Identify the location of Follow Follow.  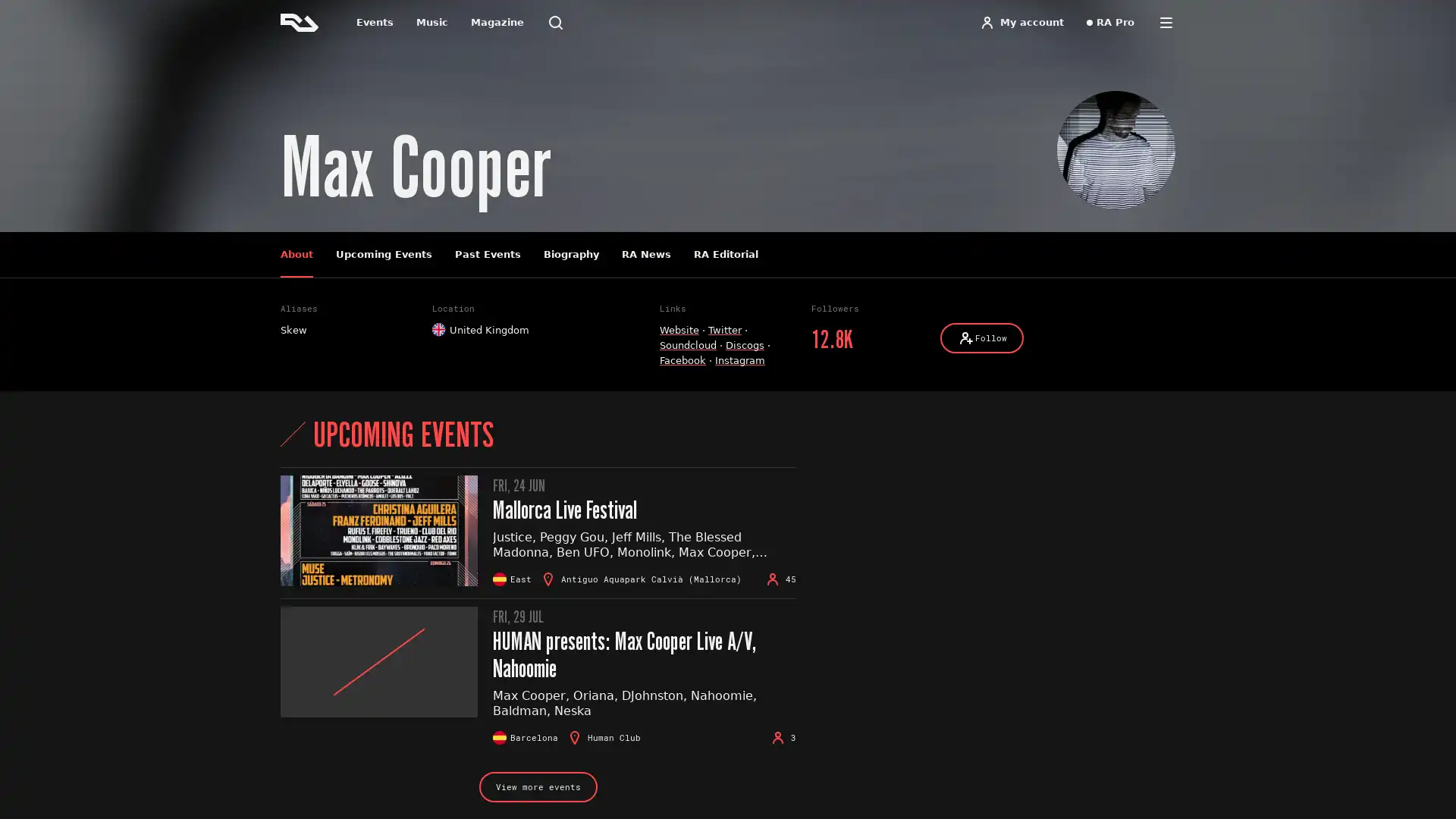
(982, 336).